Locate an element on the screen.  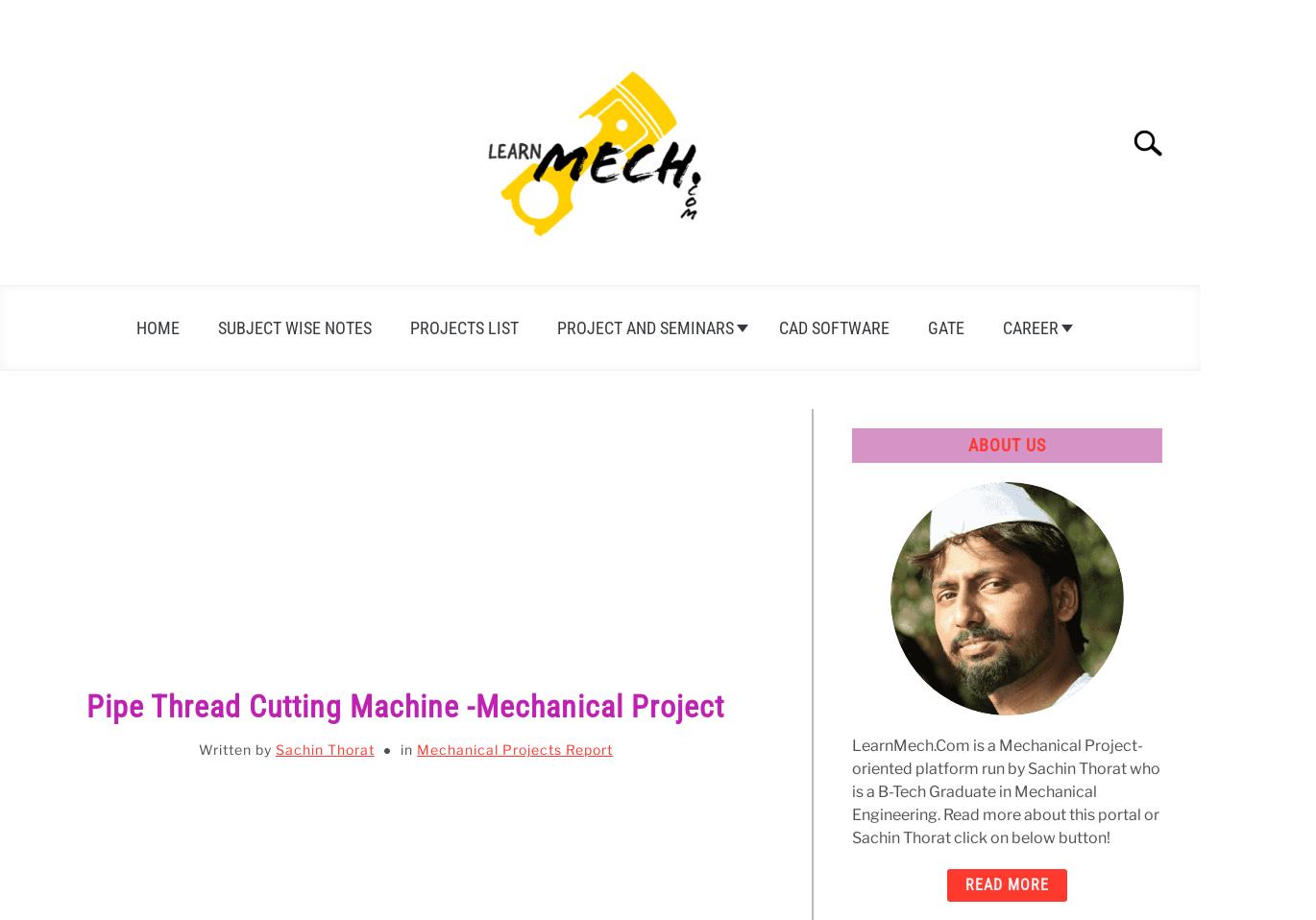
'Projects List' is located at coordinates (462, 327).